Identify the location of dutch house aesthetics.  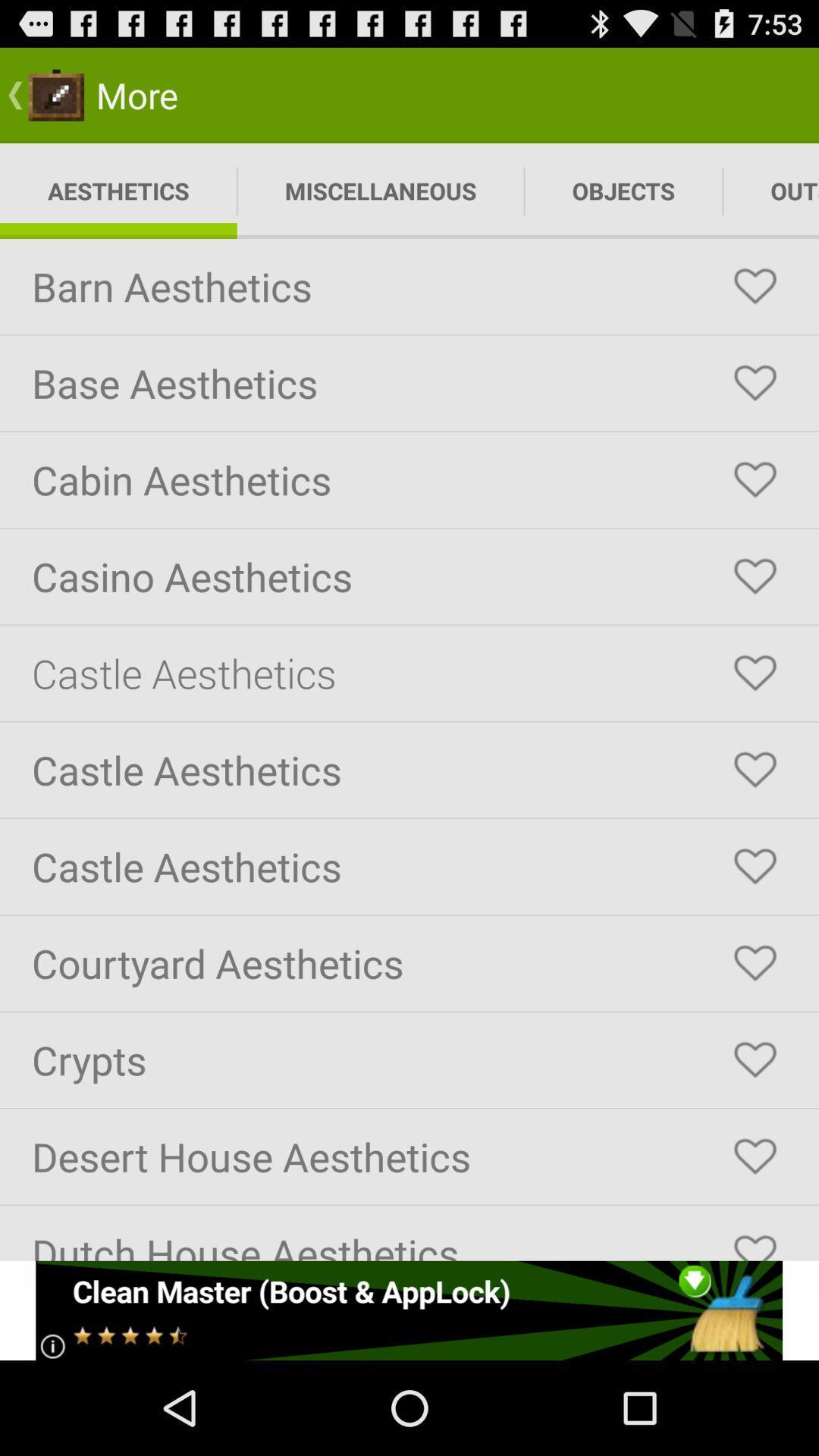
(755, 1241).